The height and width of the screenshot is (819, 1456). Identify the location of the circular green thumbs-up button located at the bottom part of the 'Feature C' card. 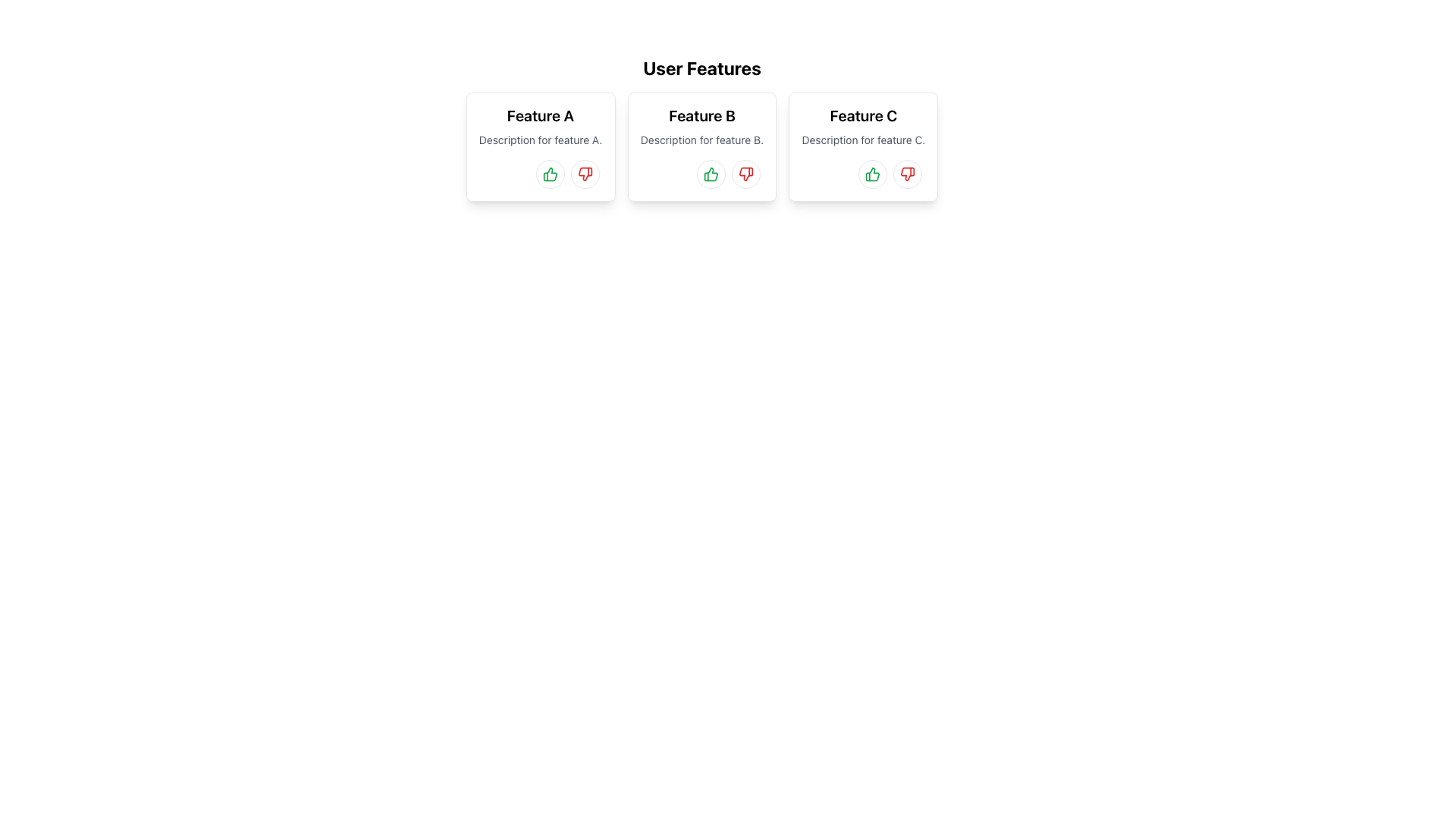
(873, 174).